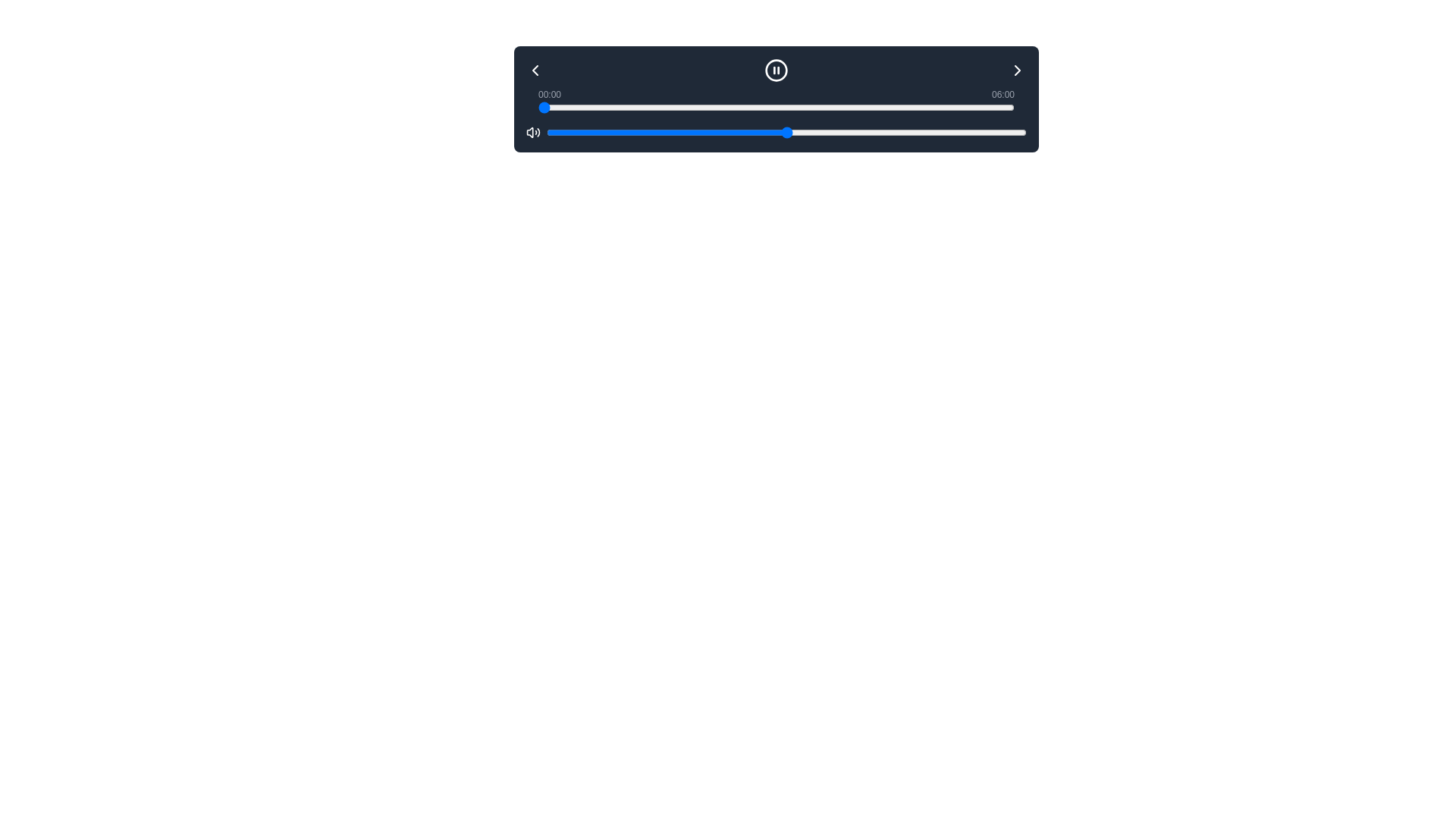 The height and width of the screenshot is (819, 1456). Describe the element at coordinates (839, 131) in the screenshot. I see `volume` at that location.